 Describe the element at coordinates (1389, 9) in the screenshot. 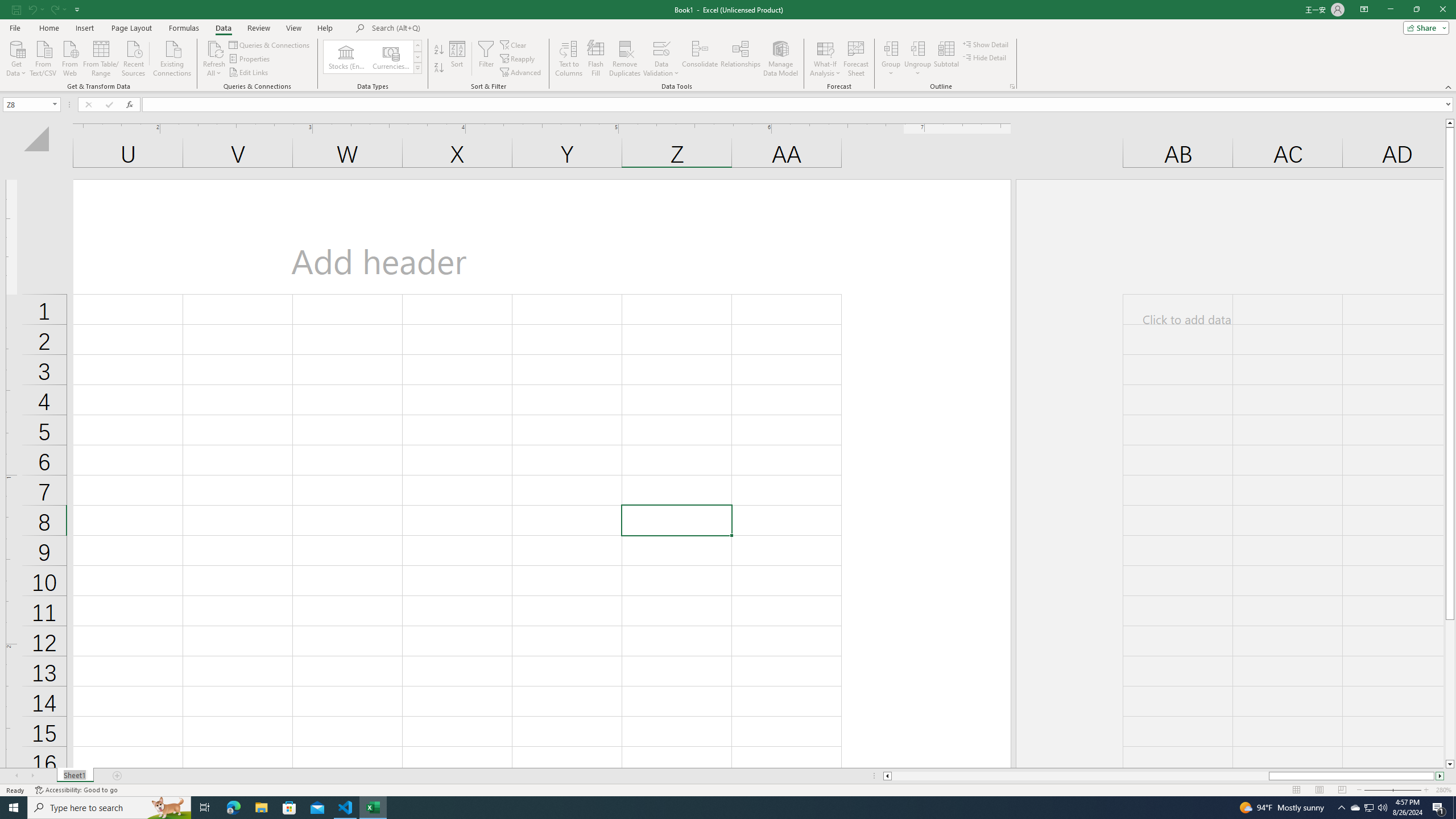

I see `'Minimize'` at that location.